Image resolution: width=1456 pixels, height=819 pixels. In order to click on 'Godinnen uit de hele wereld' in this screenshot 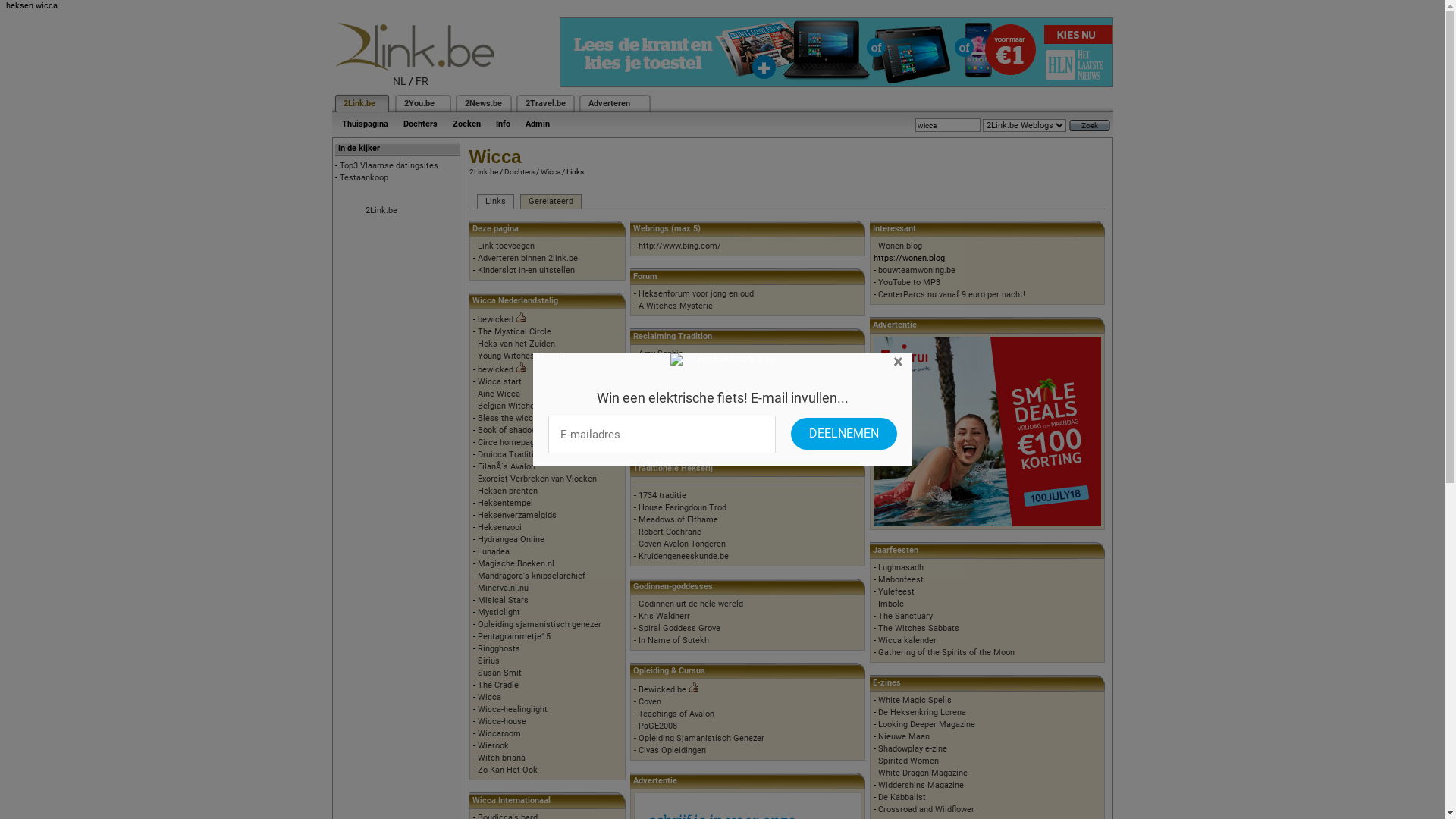, I will do `click(690, 603)`.